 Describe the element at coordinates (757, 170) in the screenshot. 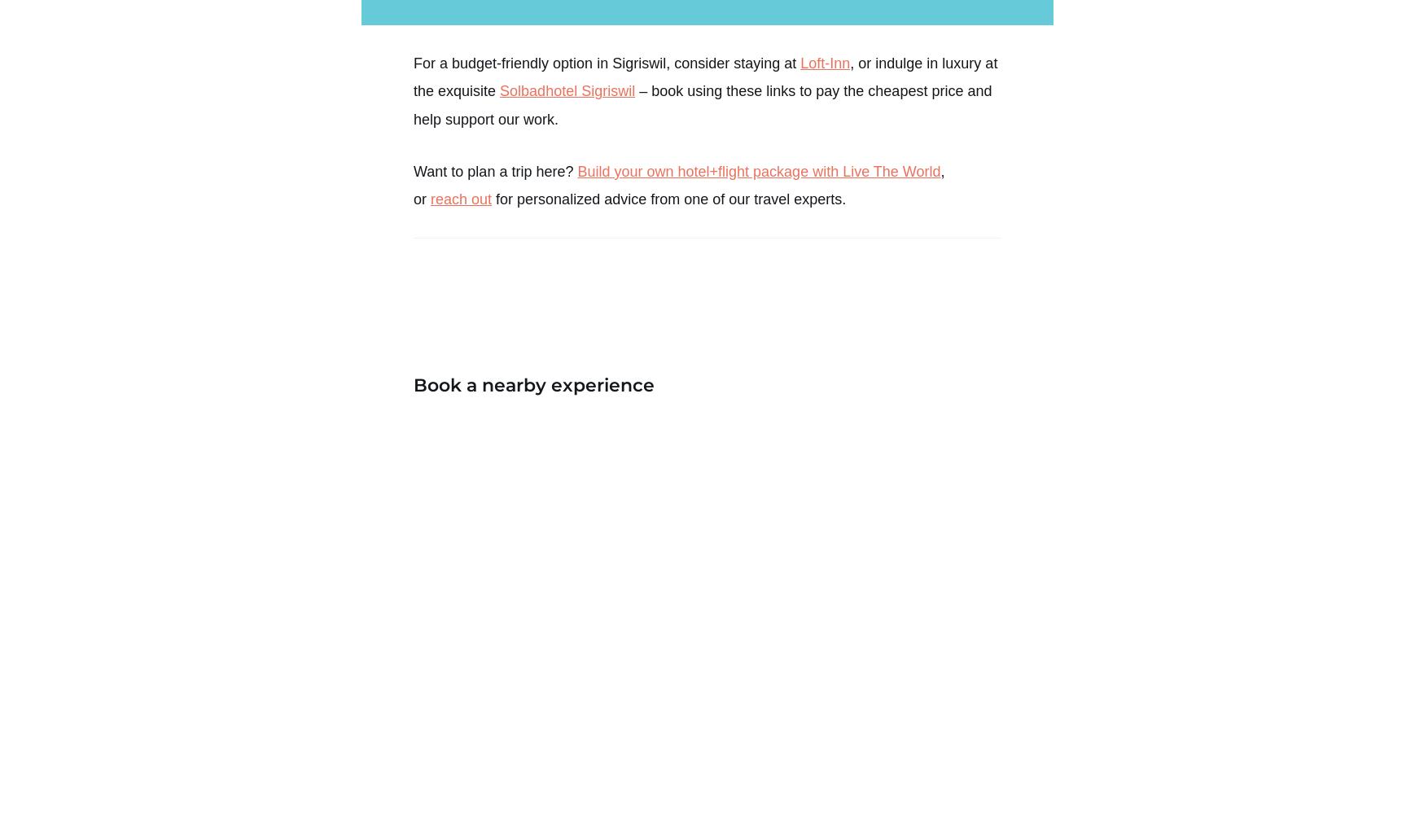

I see `'Build your own hotel+flight package with Live The World'` at that location.